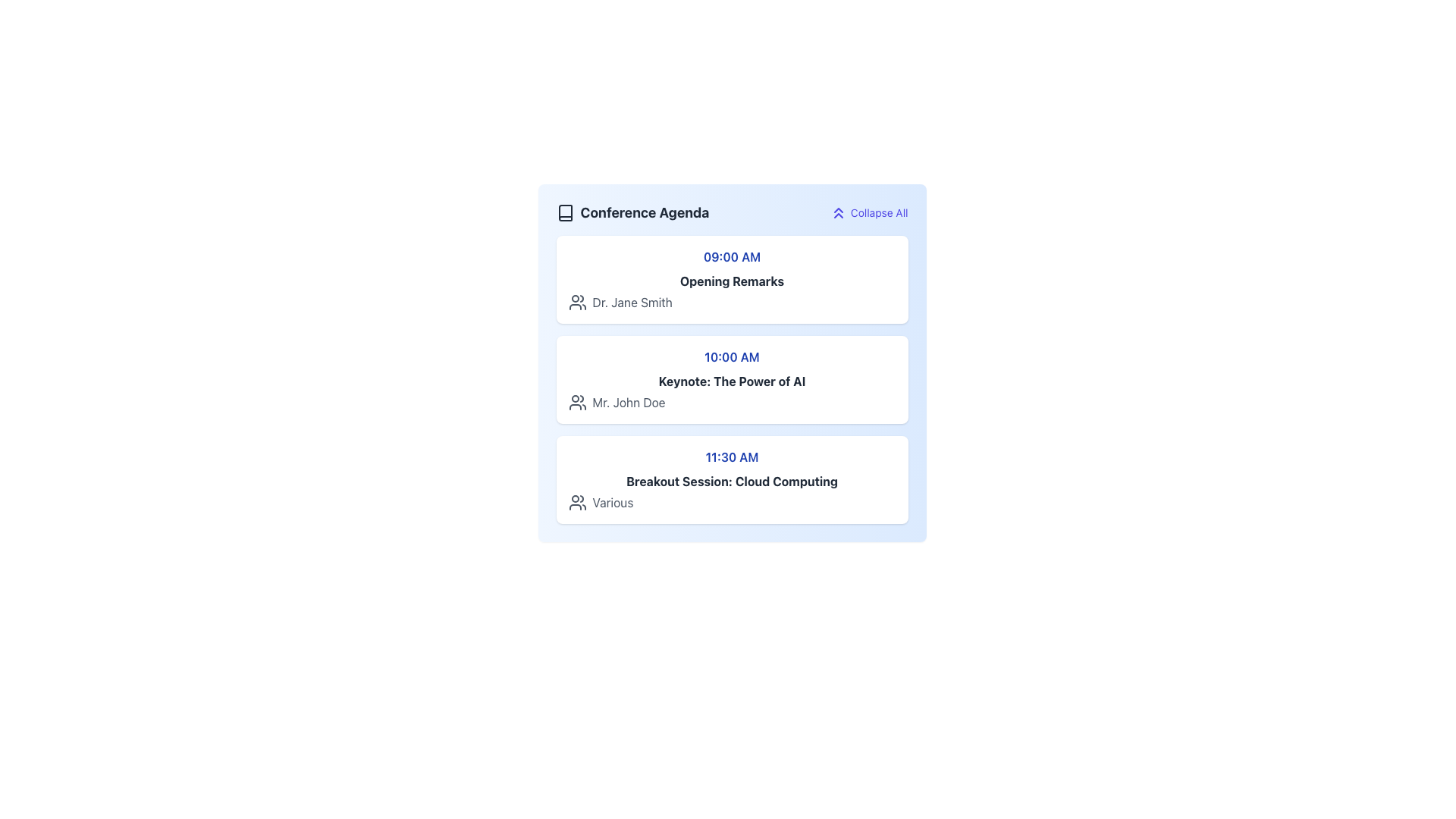 This screenshot has height=819, width=1456. I want to click on the book icon located to the left of the text 'Conference Agenda' in the header of the displayed content area, so click(564, 213).